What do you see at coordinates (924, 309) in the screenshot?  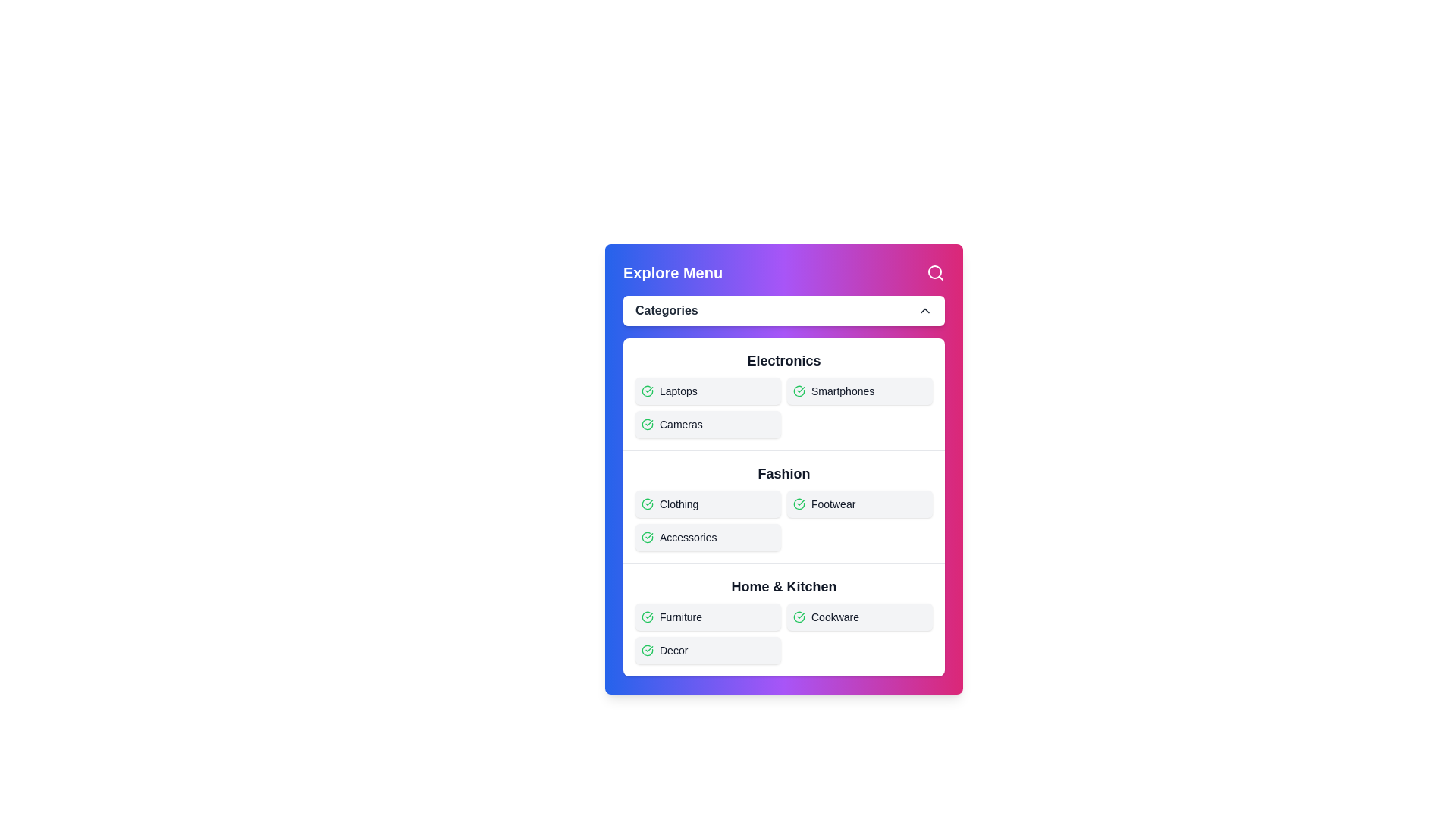 I see `the upward-pointing chevron icon located in the 'Categories' row of the menu interface to initiate an action` at bounding box center [924, 309].